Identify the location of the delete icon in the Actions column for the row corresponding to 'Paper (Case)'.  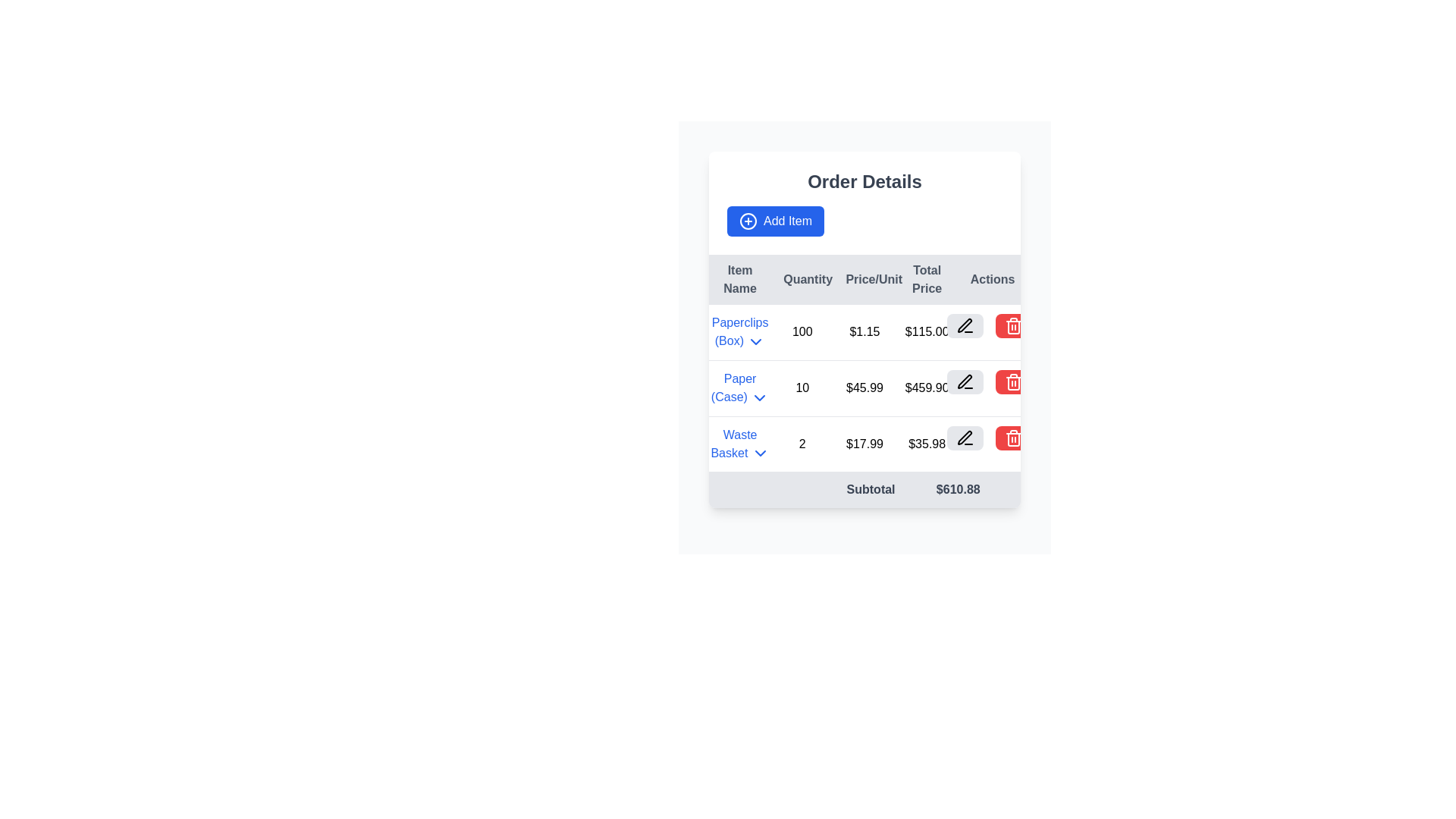
(1013, 382).